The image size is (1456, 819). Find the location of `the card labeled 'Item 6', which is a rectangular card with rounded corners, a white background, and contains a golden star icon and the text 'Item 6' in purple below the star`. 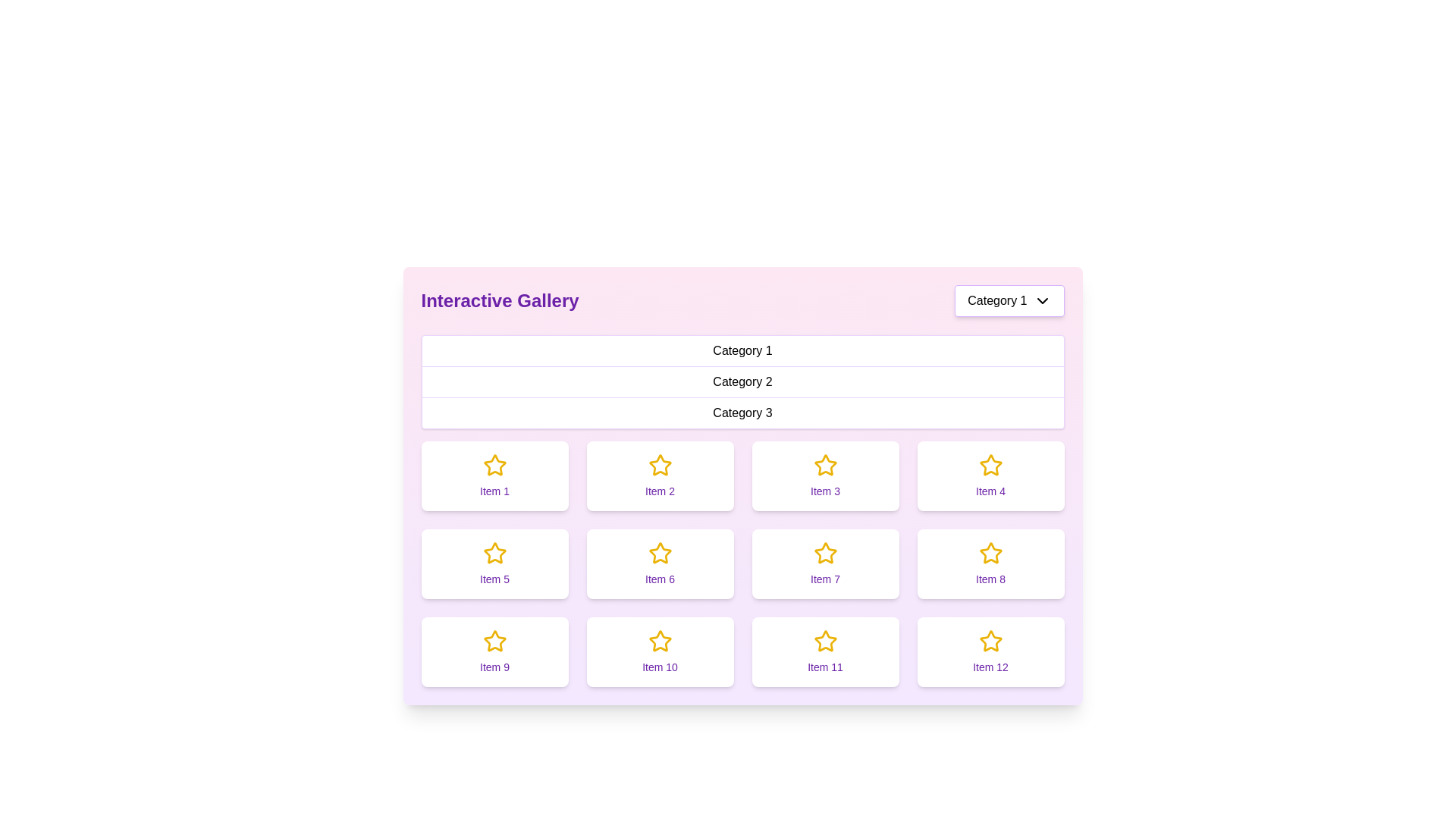

the card labeled 'Item 6', which is a rectangular card with rounded corners, a white background, and contains a golden star icon and the text 'Item 6' in purple below the star is located at coordinates (660, 564).